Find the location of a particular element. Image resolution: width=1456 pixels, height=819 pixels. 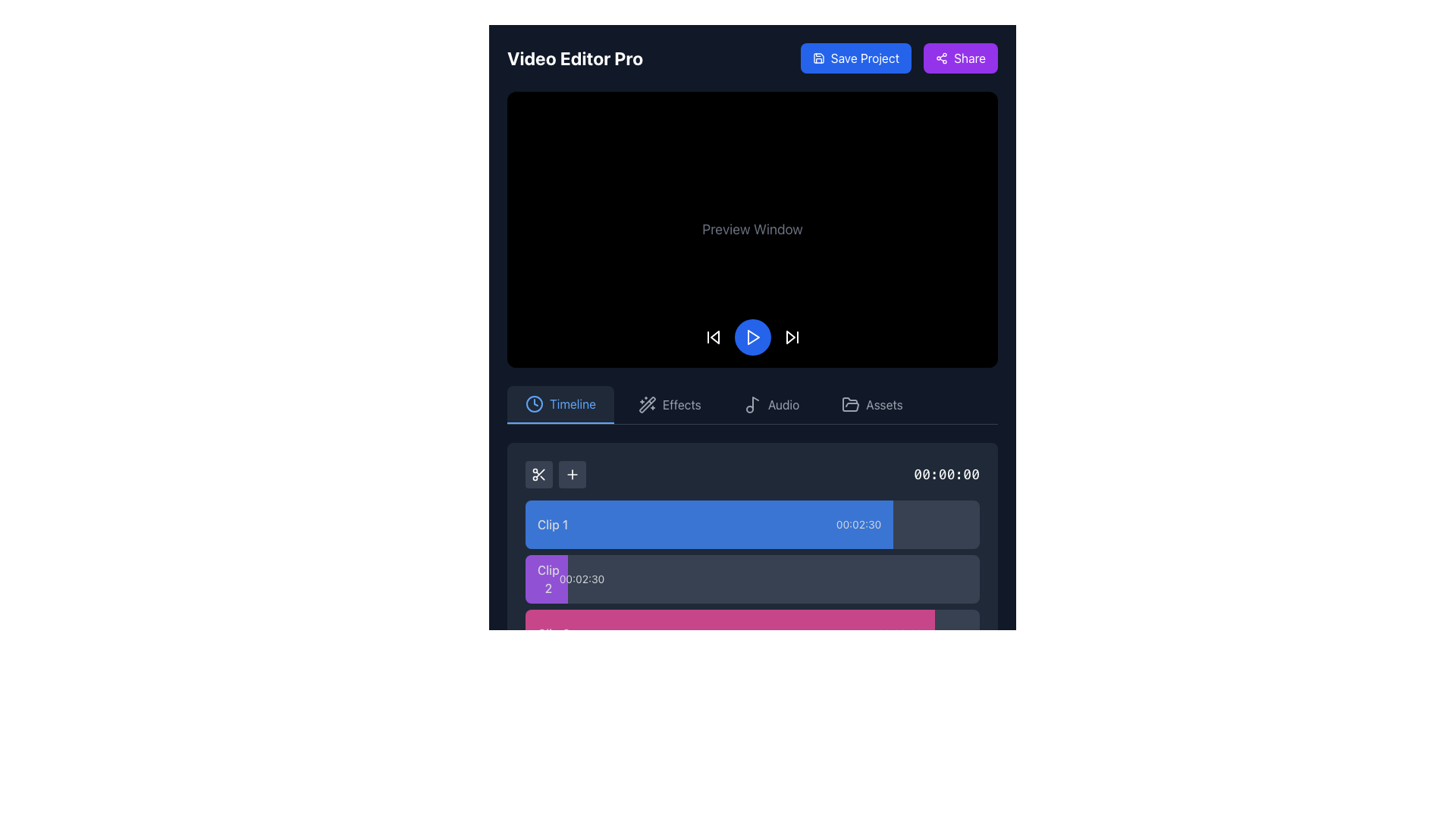

the 'Assets' header button which contains the open folder icon located at the far left of the button is located at coordinates (851, 403).